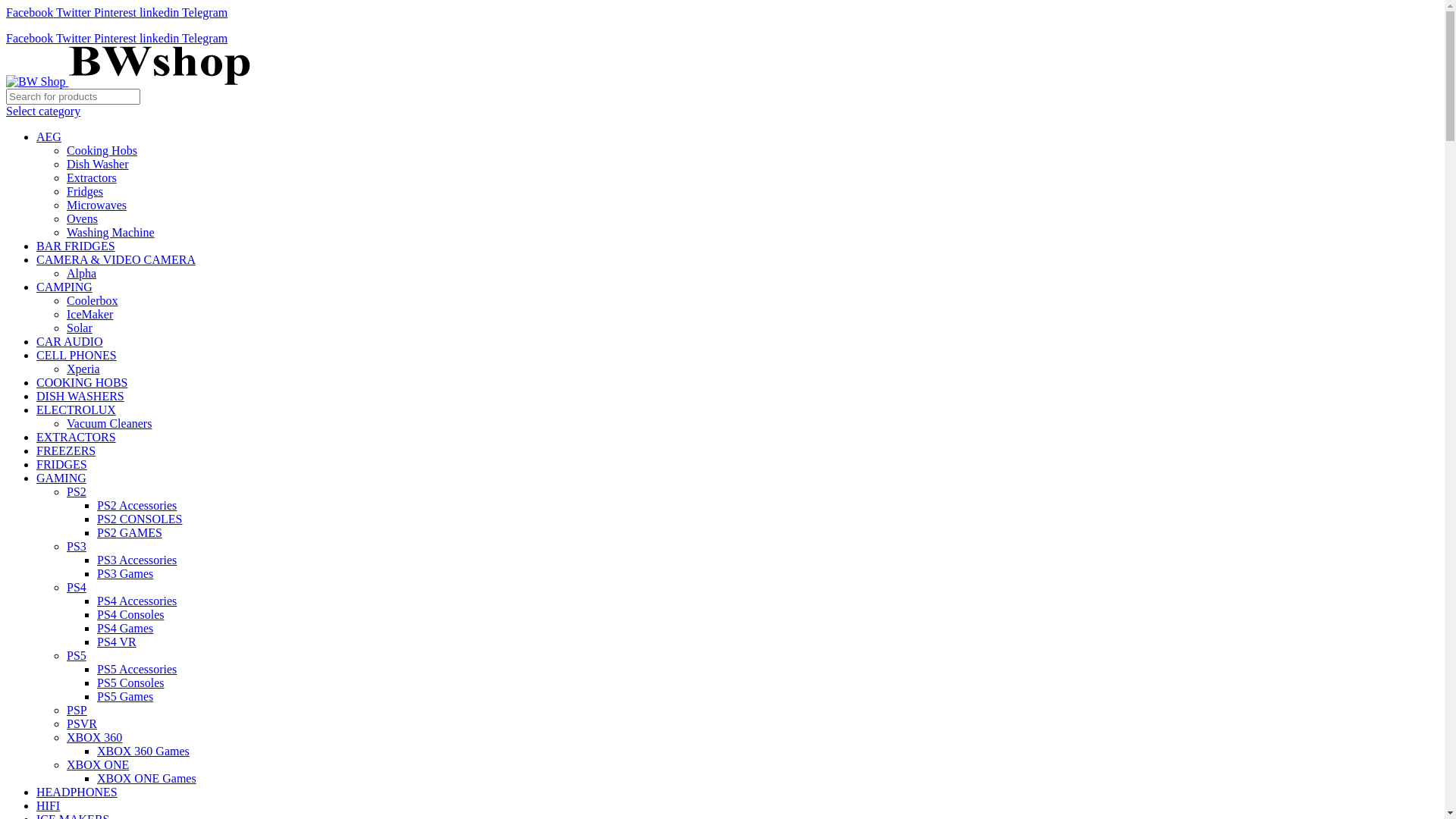  What do you see at coordinates (65, 546) in the screenshot?
I see `'PS3'` at bounding box center [65, 546].